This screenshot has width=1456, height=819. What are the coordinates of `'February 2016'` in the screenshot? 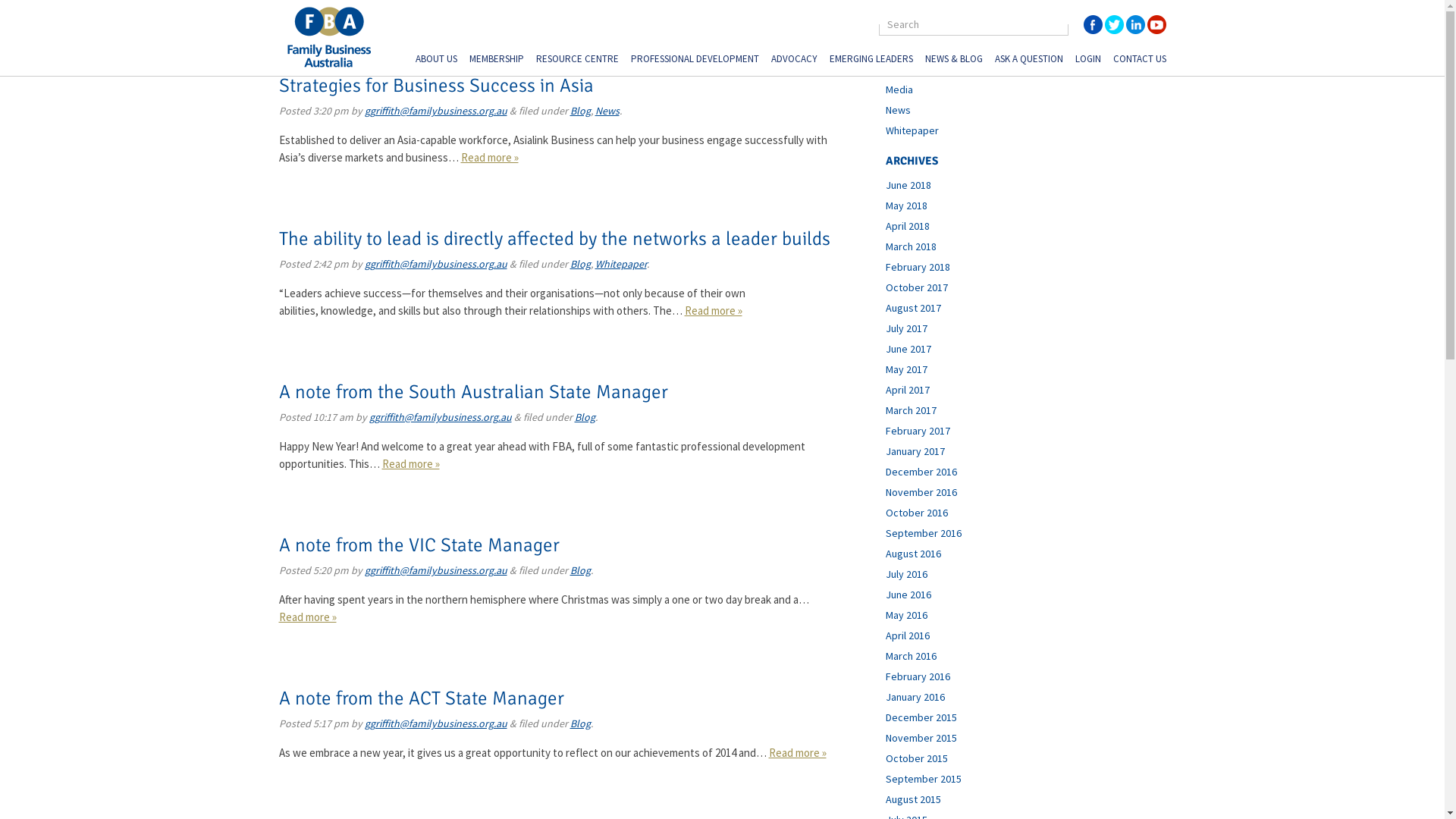 It's located at (917, 675).